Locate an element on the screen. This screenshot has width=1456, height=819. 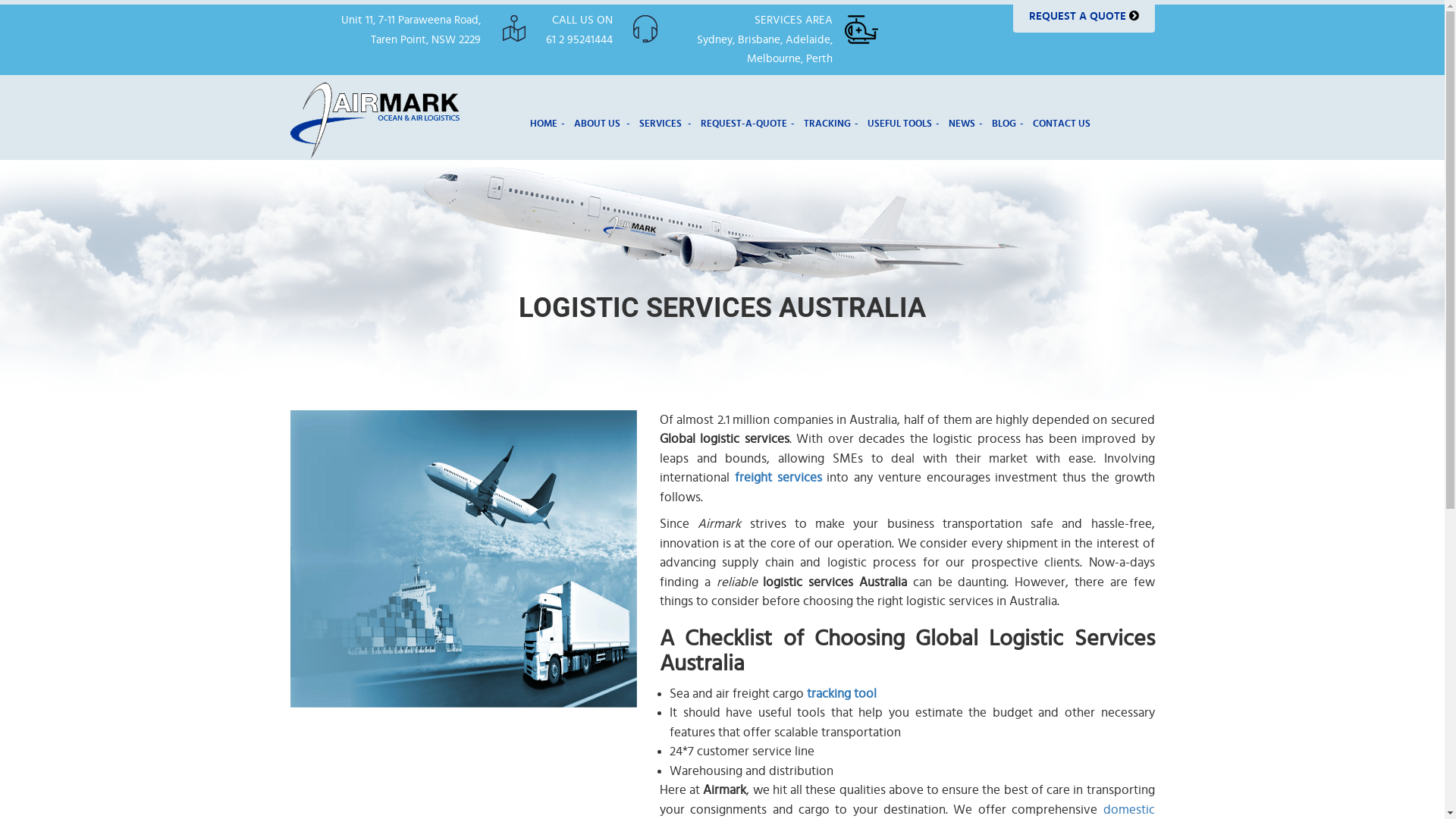
'HOME' is located at coordinates (546, 122).